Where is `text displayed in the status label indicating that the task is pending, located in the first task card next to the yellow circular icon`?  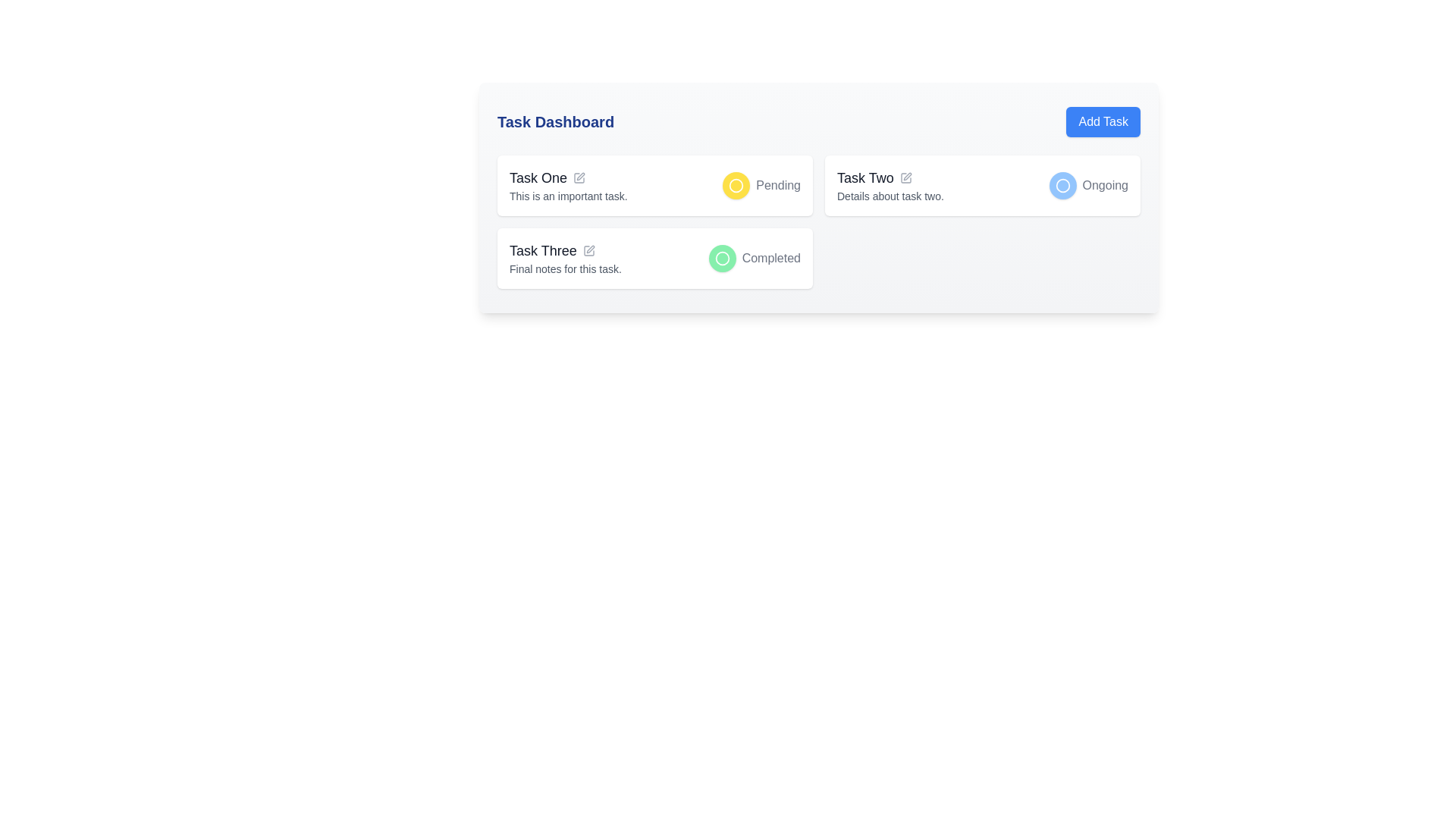 text displayed in the status label indicating that the task is pending, located in the first task card next to the yellow circular icon is located at coordinates (778, 185).